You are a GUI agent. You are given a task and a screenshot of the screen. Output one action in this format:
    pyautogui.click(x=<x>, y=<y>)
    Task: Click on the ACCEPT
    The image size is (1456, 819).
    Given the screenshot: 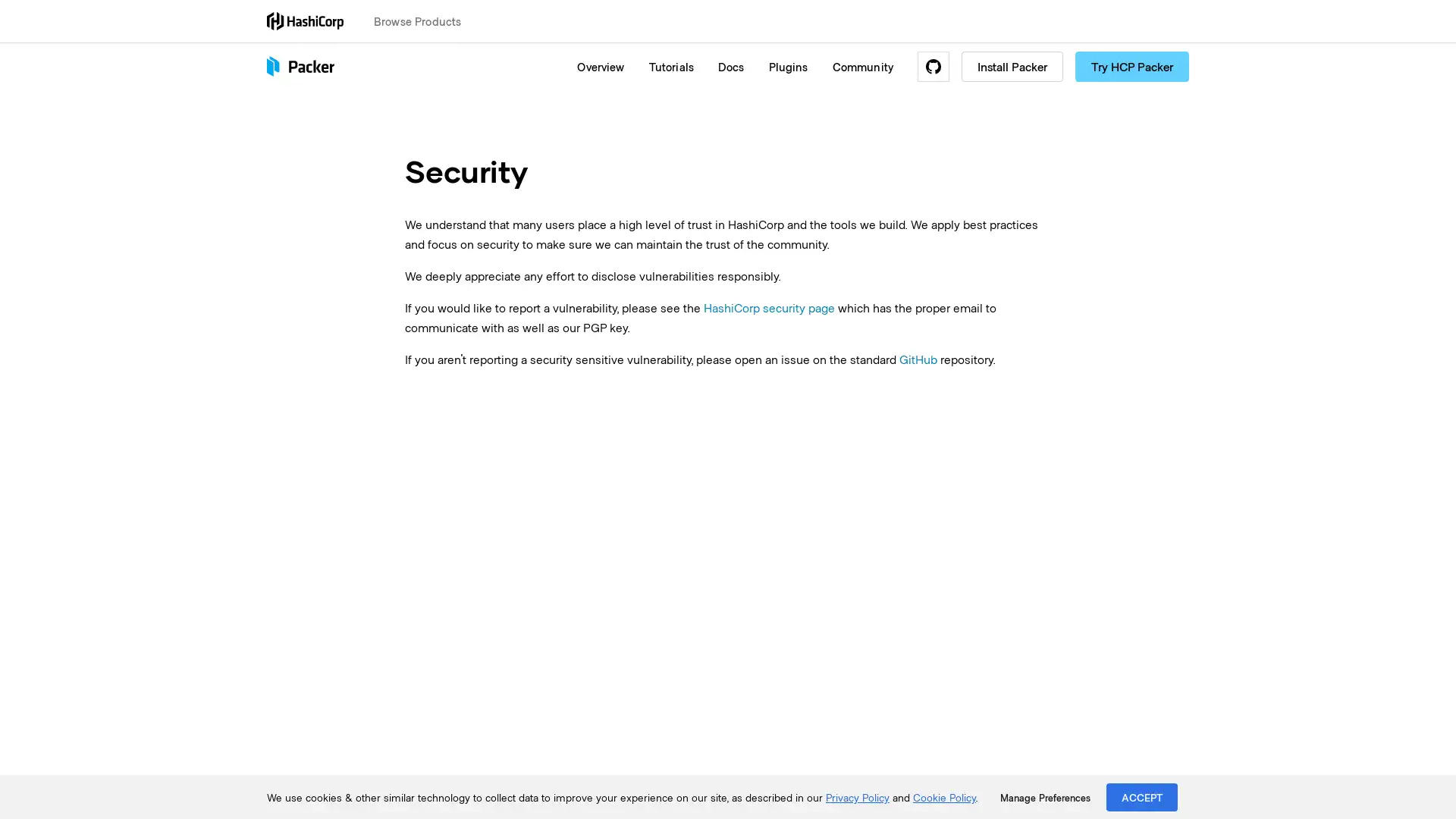 What is the action you would take?
    pyautogui.click(x=1142, y=796)
    